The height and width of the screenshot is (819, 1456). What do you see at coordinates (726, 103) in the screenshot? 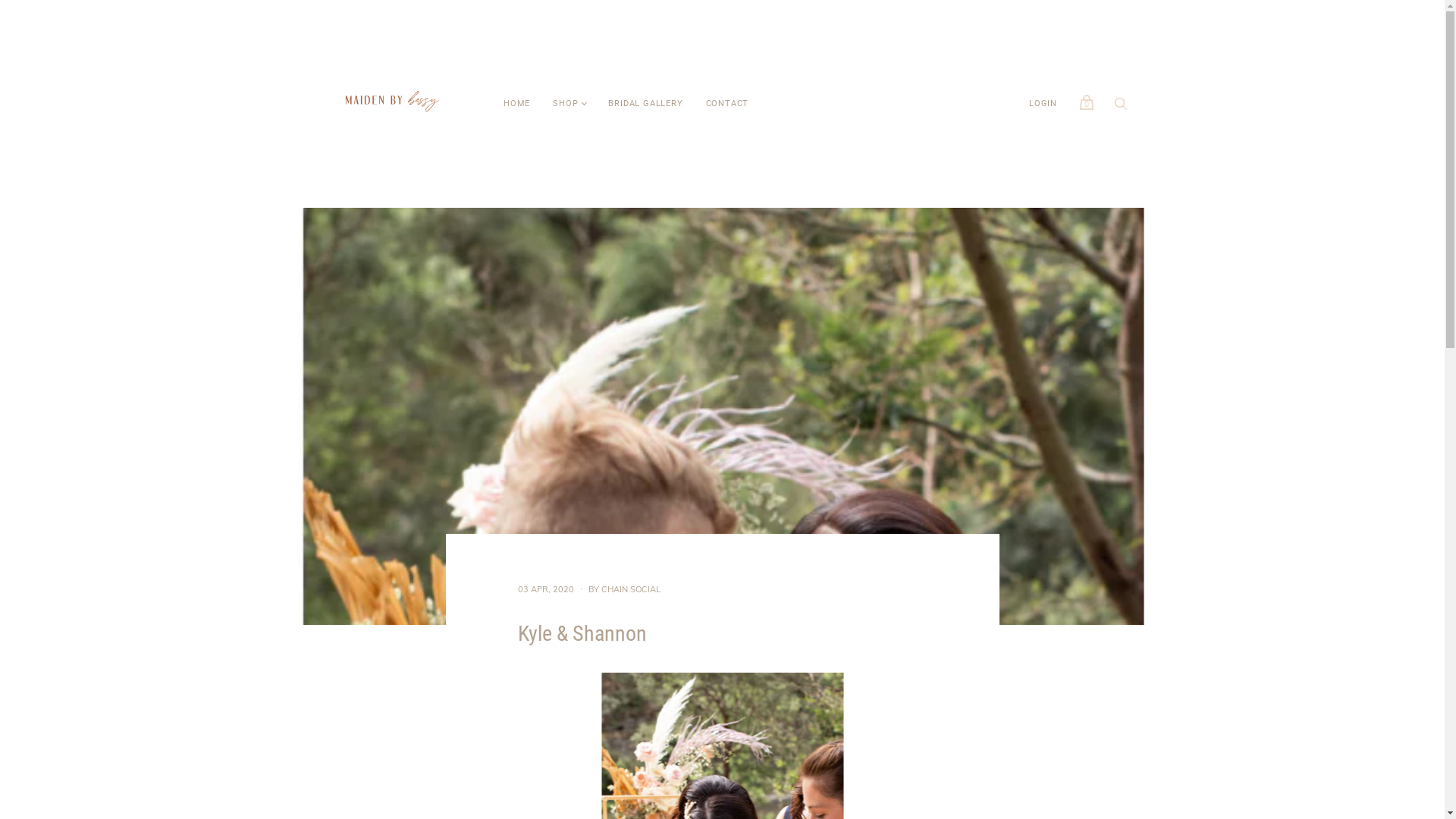
I see `'CONTACT'` at bounding box center [726, 103].